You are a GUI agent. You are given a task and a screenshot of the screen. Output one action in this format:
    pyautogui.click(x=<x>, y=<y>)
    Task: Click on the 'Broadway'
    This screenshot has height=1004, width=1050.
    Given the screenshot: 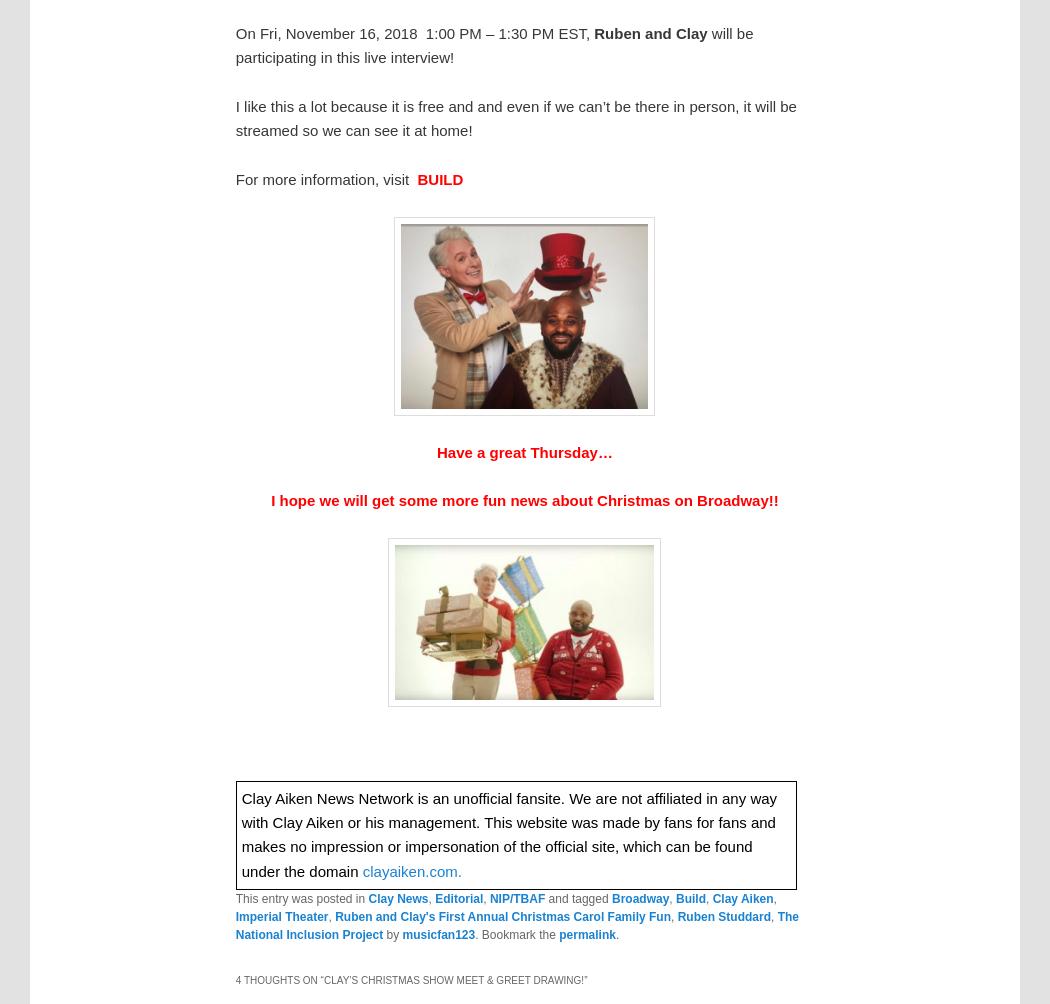 What is the action you would take?
    pyautogui.click(x=638, y=897)
    